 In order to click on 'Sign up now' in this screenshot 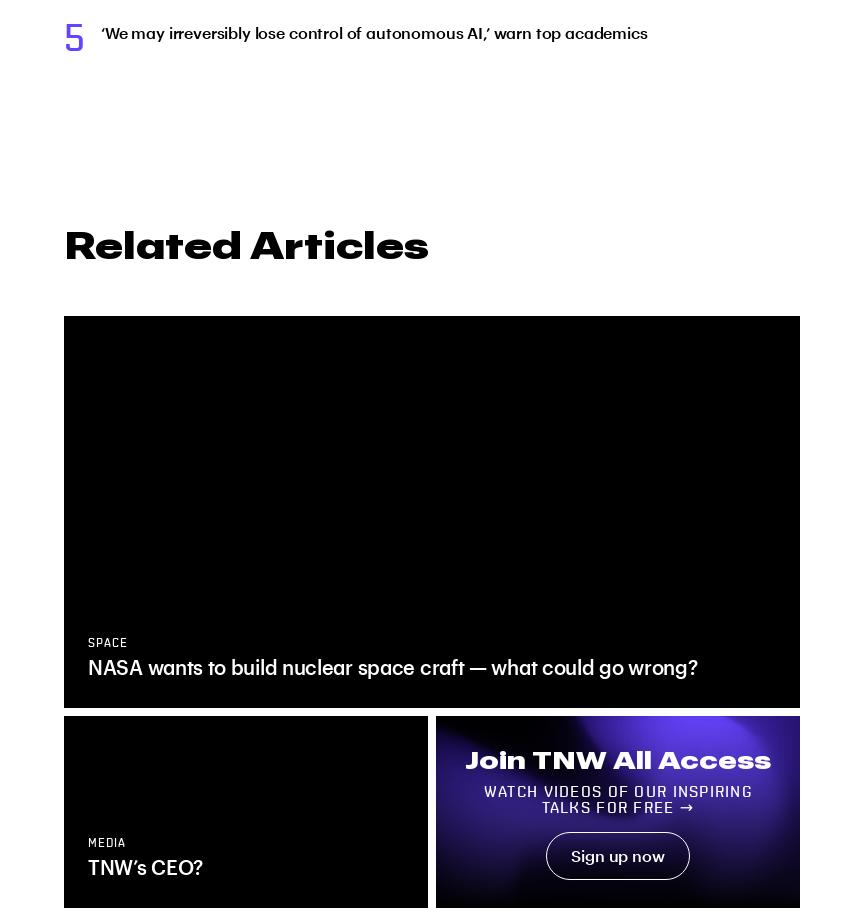, I will do `click(616, 854)`.